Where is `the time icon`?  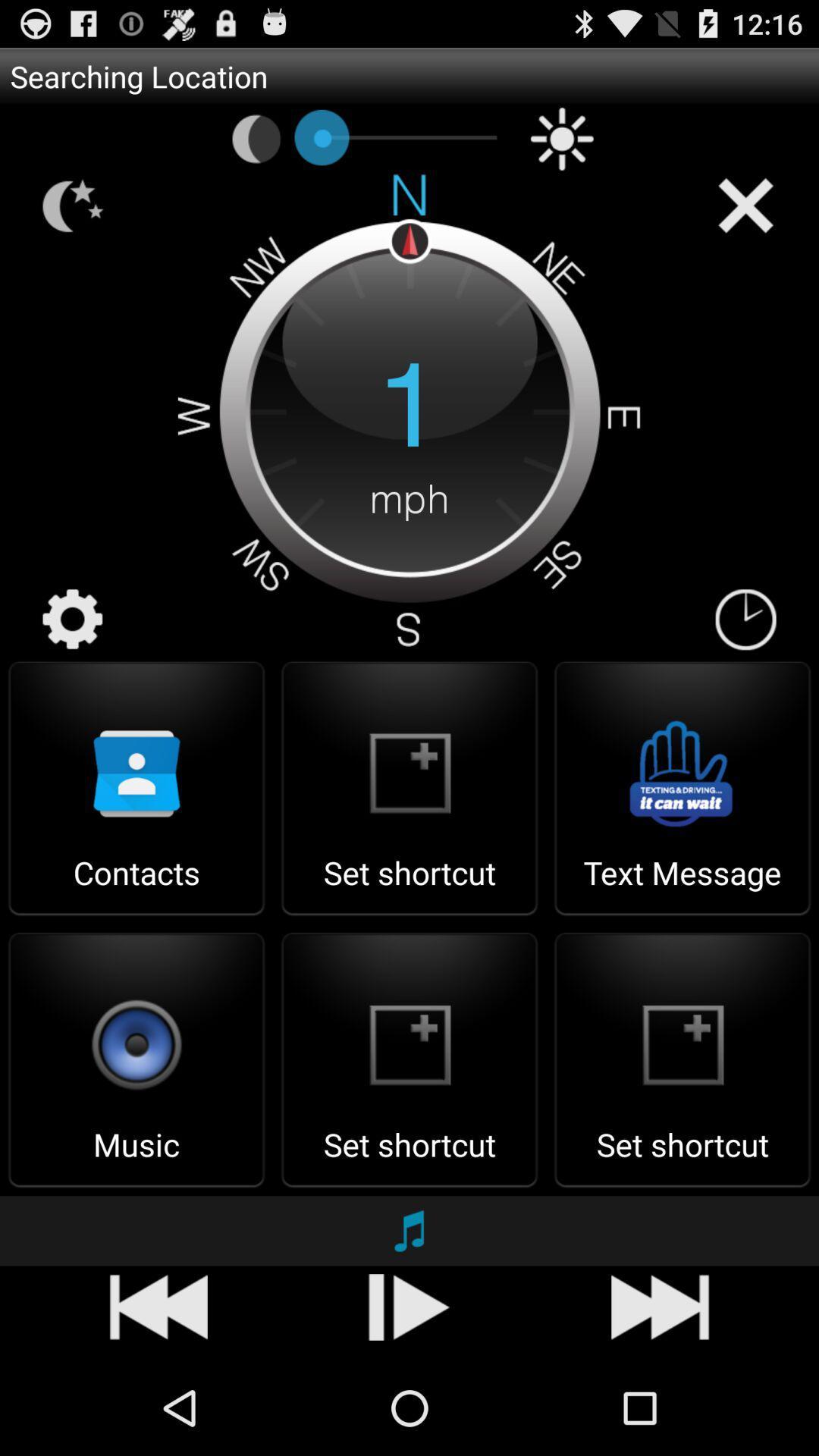 the time icon is located at coordinates (745, 663).